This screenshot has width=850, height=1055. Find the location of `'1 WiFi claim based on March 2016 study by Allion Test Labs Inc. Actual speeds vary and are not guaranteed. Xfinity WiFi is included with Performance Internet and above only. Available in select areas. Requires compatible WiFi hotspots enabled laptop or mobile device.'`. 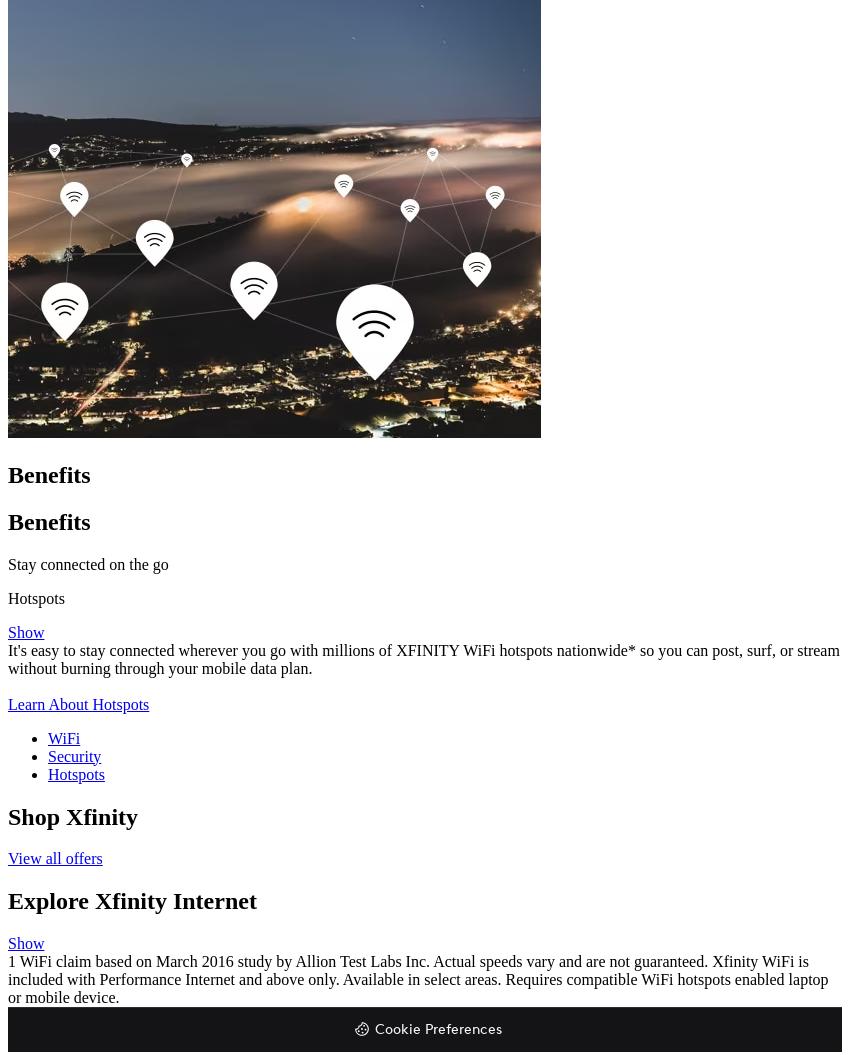

'1 WiFi claim based on March 2016 study by Allion Test Labs Inc. Actual speeds vary and are not guaranteed. Xfinity WiFi is included with Performance Internet and above only. Available in select areas. Requires compatible WiFi hotspots enabled laptop or mobile device.' is located at coordinates (418, 979).